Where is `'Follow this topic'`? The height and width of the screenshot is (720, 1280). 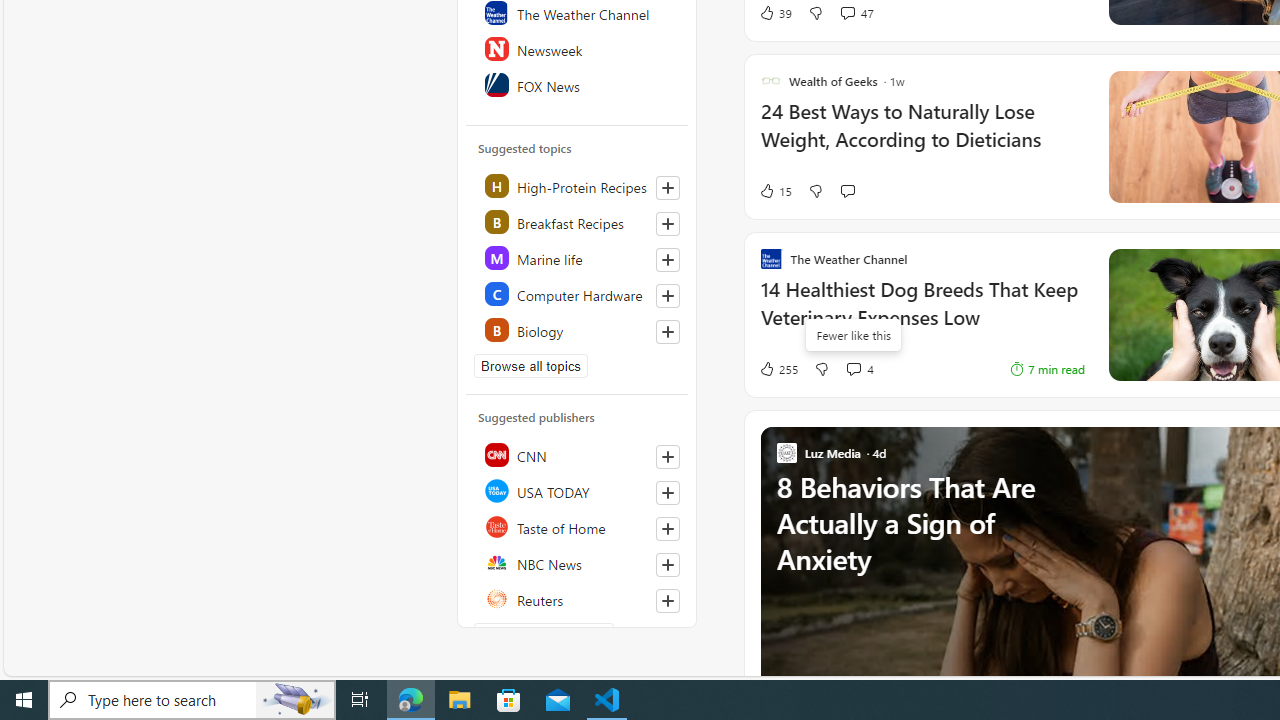
'Follow this topic' is located at coordinates (668, 330).